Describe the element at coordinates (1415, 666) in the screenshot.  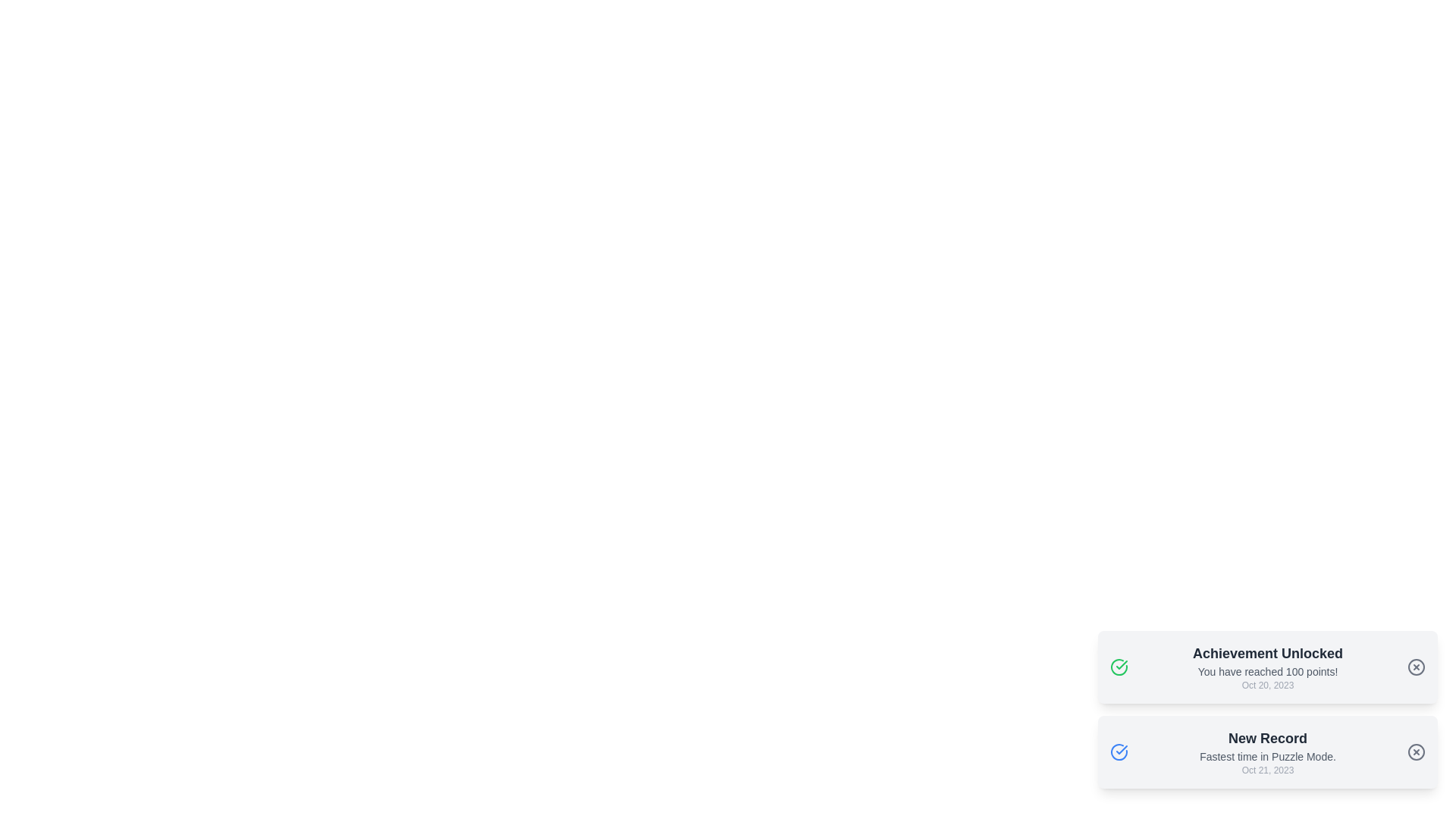
I see `the Close button located at the top-right of the 'Achievement Unlocked' notification card` at that location.